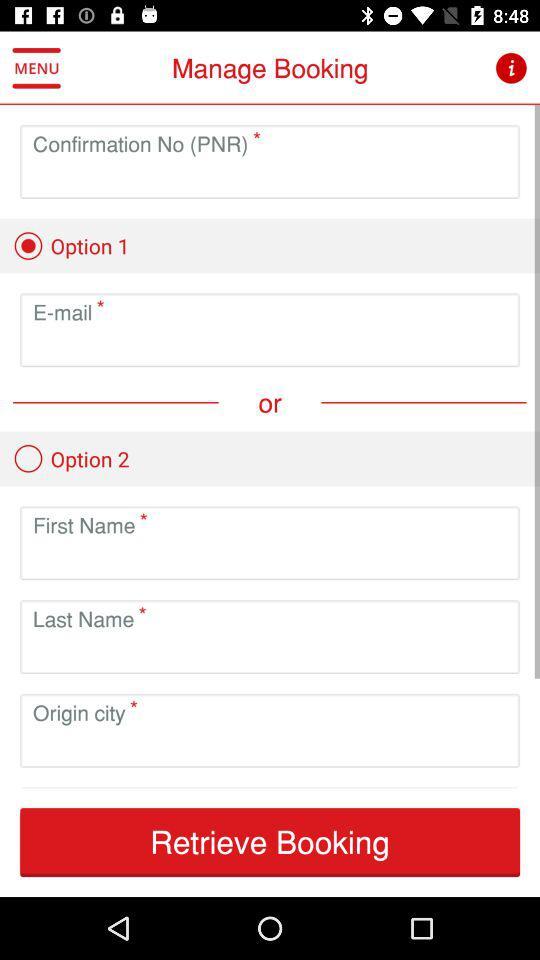  What do you see at coordinates (270, 745) in the screenshot?
I see `city entry box` at bounding box center [270, 745].